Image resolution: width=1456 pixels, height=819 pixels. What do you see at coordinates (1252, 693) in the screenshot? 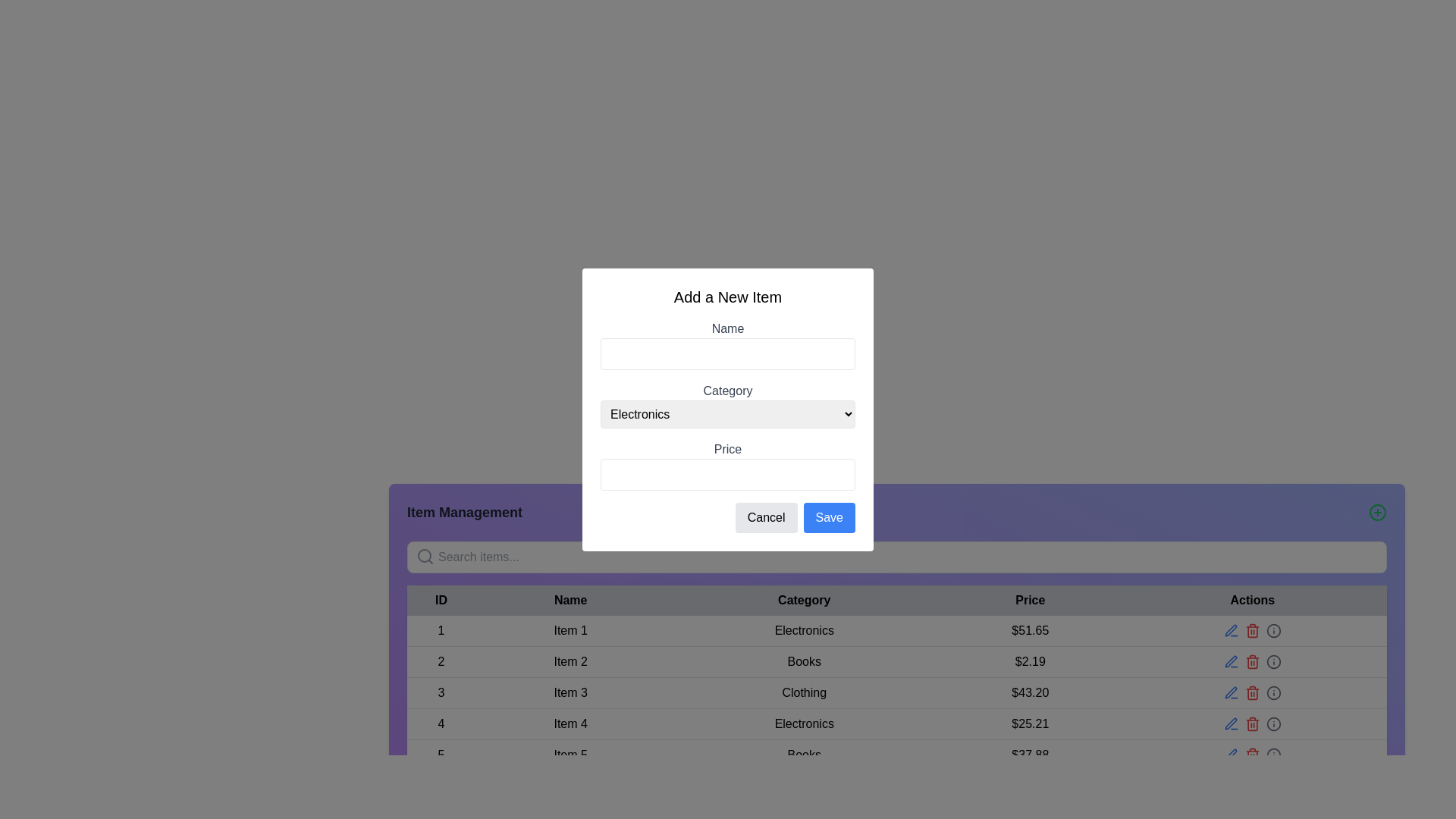
I see `the red trash bin icon in the 'Actions' column of the table, which symbolizes a delete function` at bounding box center [1252, 693].